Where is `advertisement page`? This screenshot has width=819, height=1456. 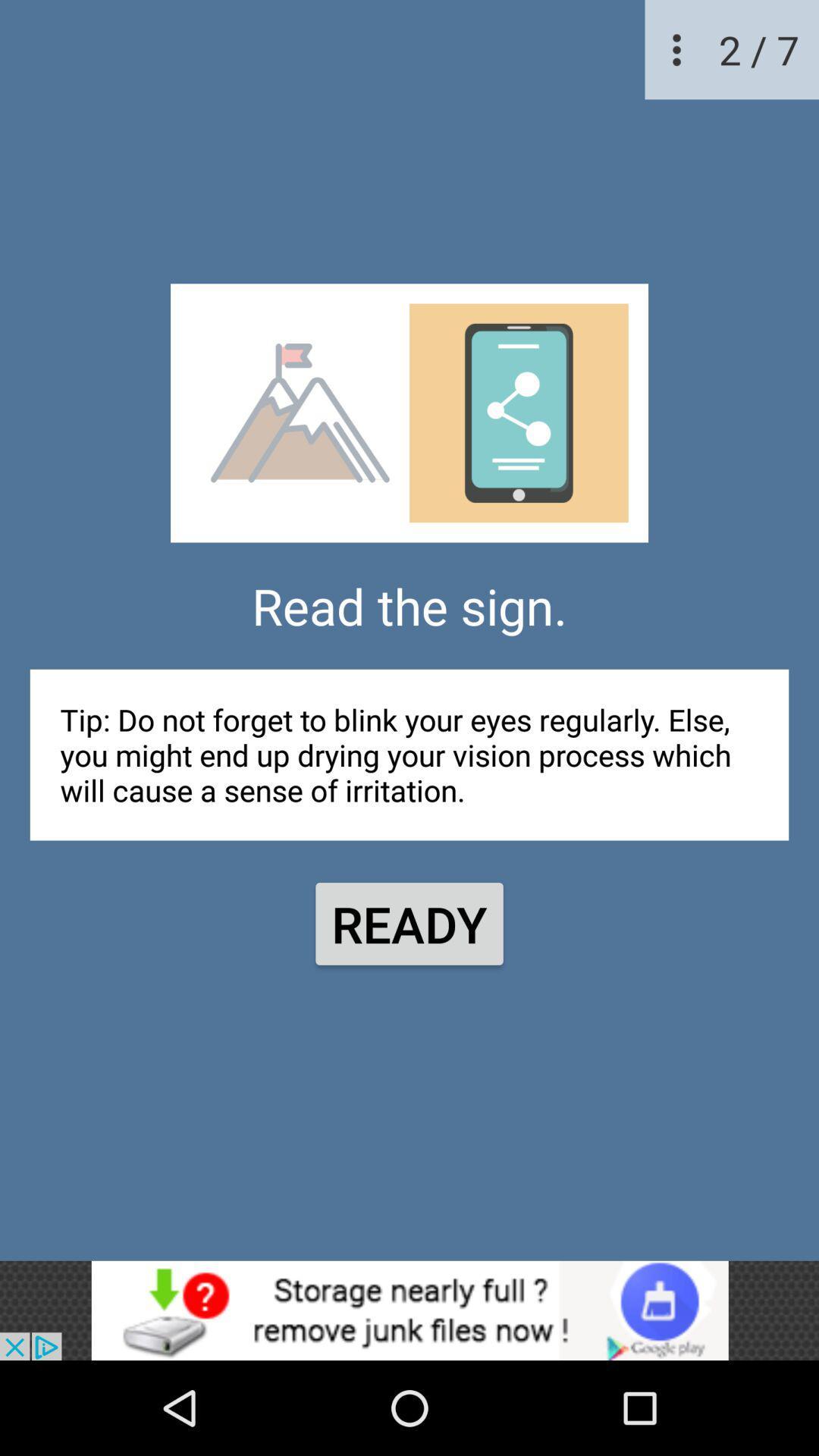
advertisement page is located at coordinates (409, 1310).